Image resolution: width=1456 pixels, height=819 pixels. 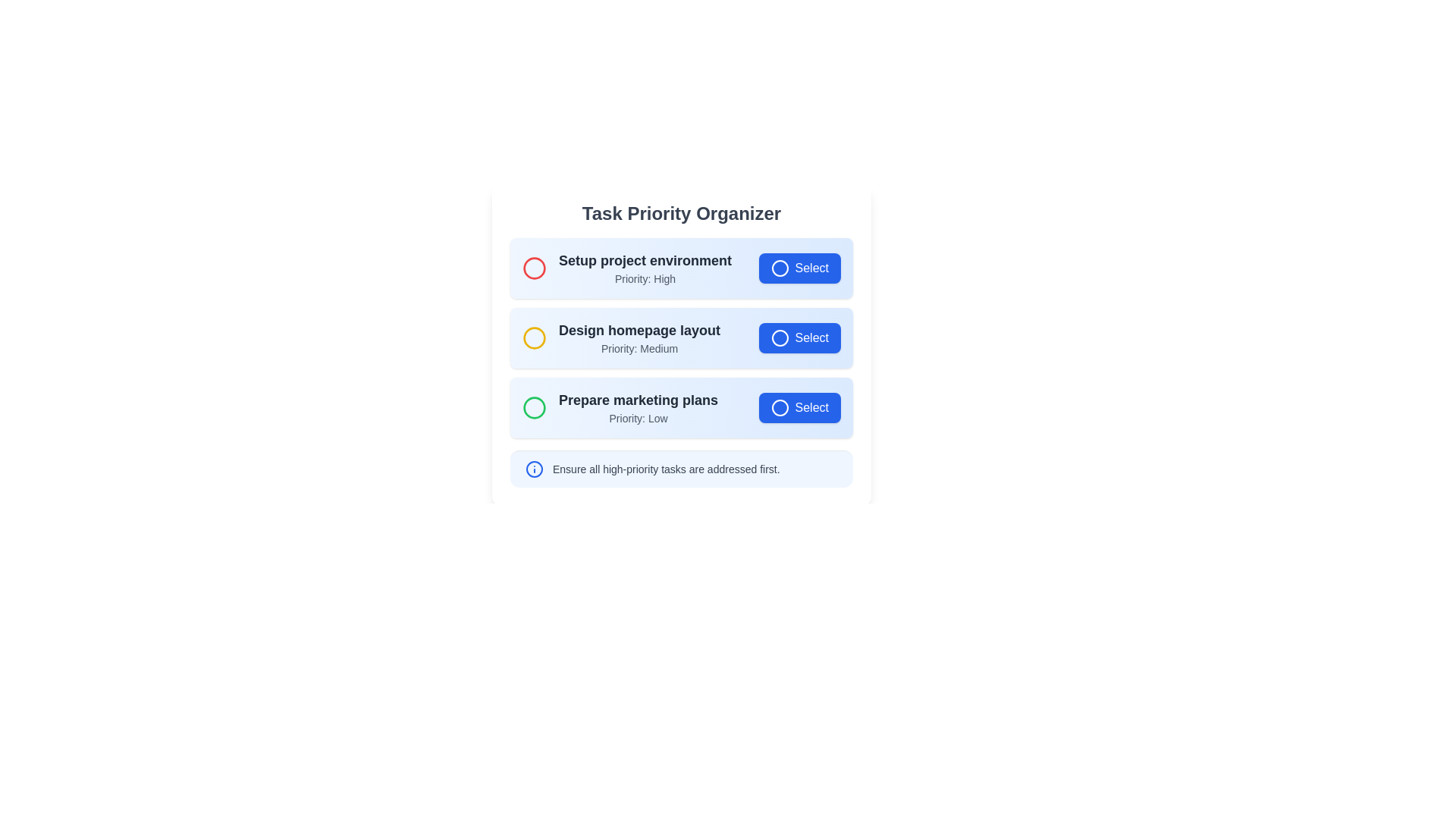 What do you see at coordinates (680, 268) in the screenshot?
I see `the Task card, which includes a title, description, and an action button` at bounding box center [680, 268].